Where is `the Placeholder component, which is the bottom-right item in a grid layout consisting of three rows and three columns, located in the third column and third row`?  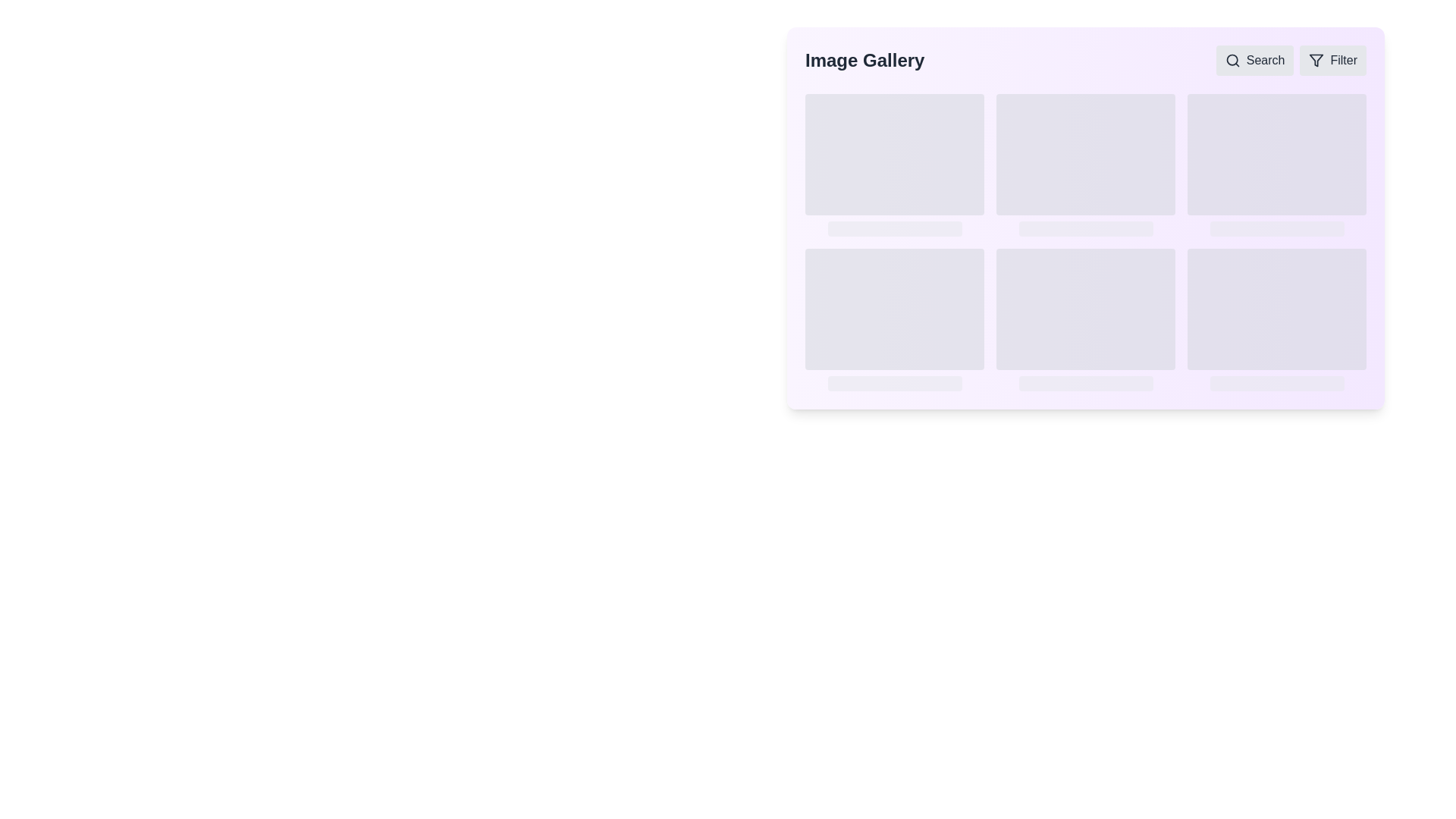 the Placeholder component, which is the bottom-right item in a grid layout consisting of three rows and three columns, located in the third column and third row is located at coordinates (1276, 318).